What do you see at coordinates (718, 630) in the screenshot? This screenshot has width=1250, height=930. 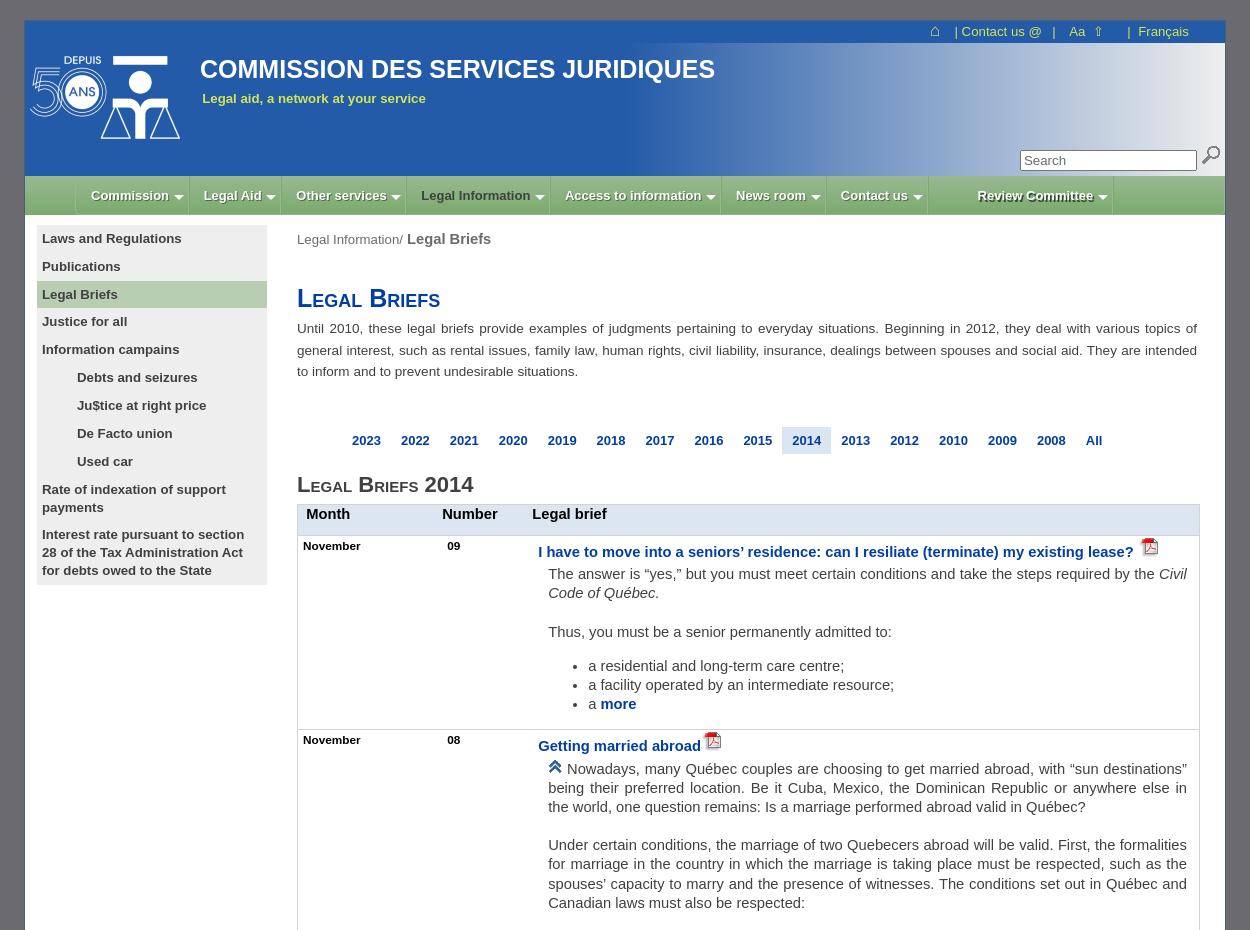 I see `'Thus, you must be a senior permanently admitted to:'` at bounding box center [718, 630].